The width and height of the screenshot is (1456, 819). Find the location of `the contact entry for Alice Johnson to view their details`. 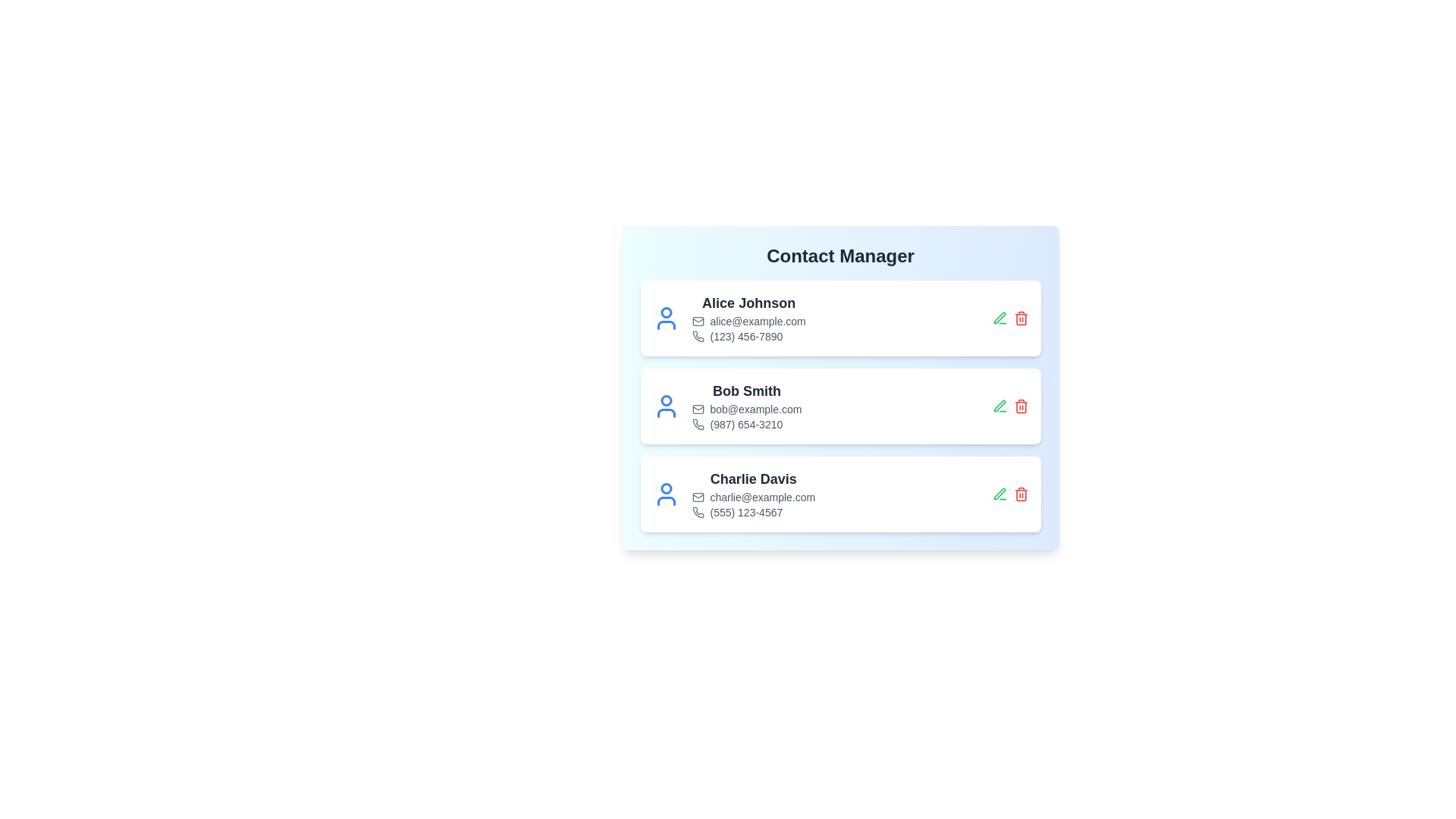

the contact entry for Alice Johnson to view their details is located at coordinates (839, 318).